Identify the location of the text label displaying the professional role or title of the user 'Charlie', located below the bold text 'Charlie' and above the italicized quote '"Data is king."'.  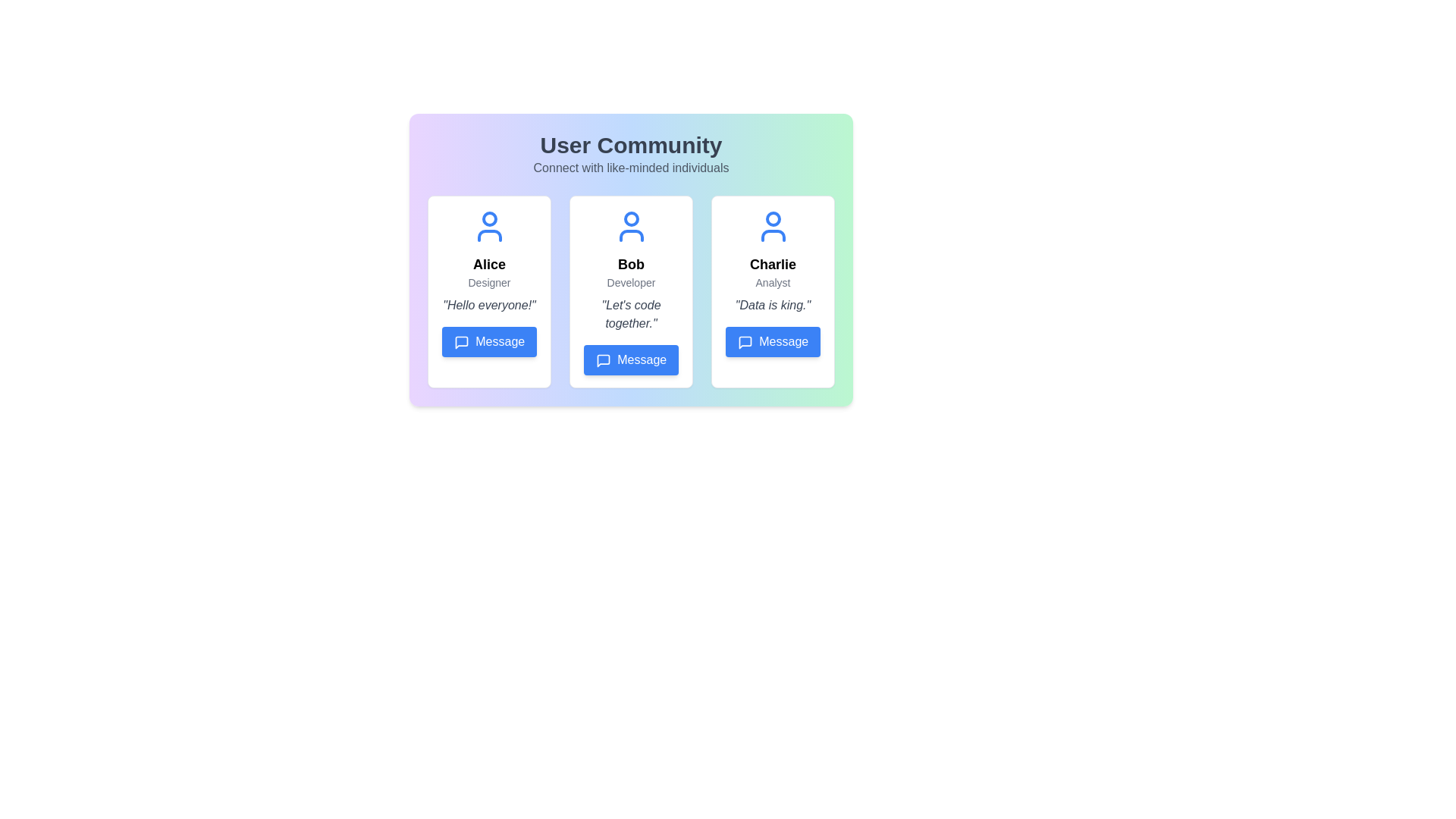
(773, 283).